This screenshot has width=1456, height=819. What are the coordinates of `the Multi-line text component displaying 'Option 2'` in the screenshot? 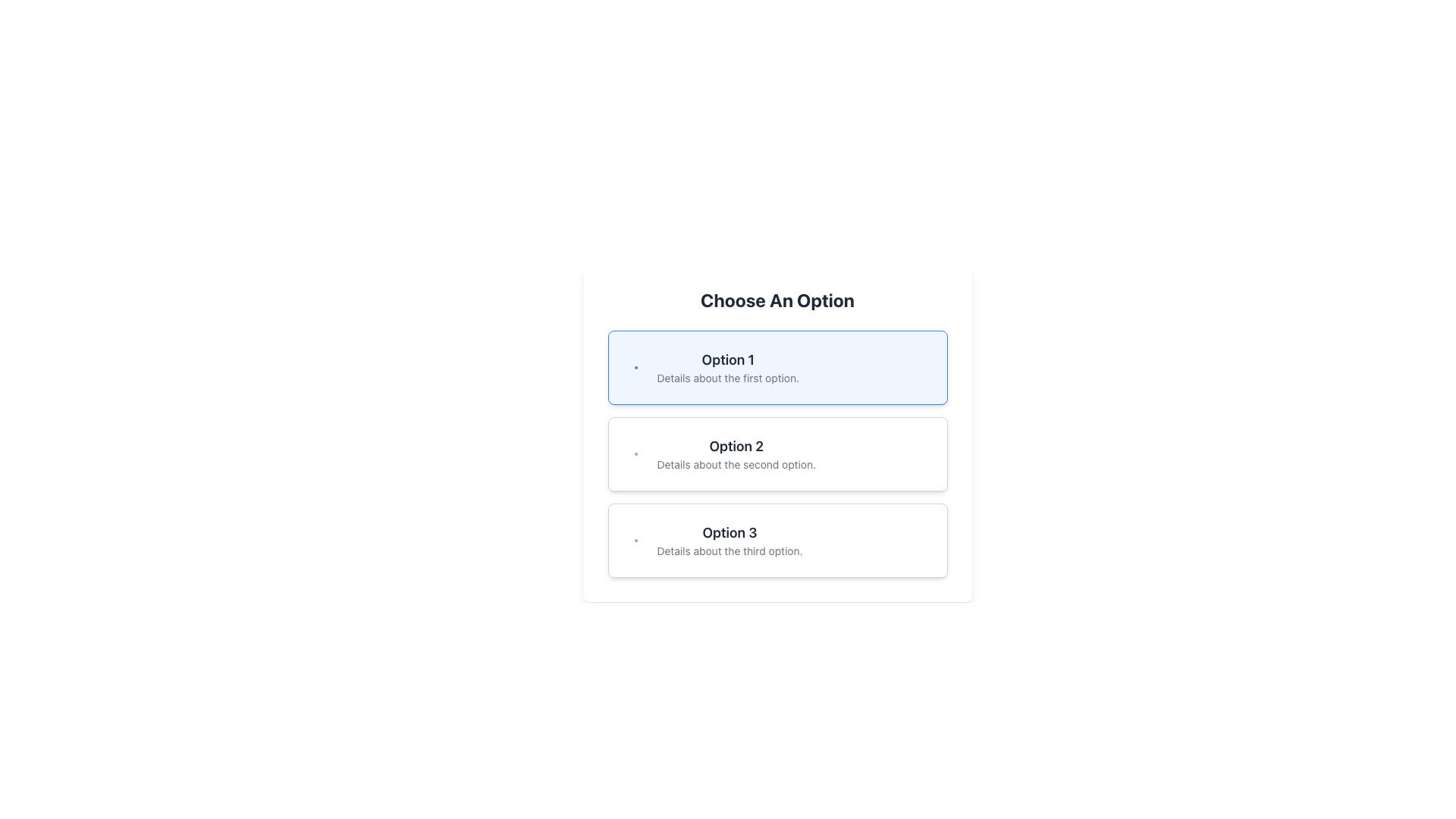 It's located at (736, 453).